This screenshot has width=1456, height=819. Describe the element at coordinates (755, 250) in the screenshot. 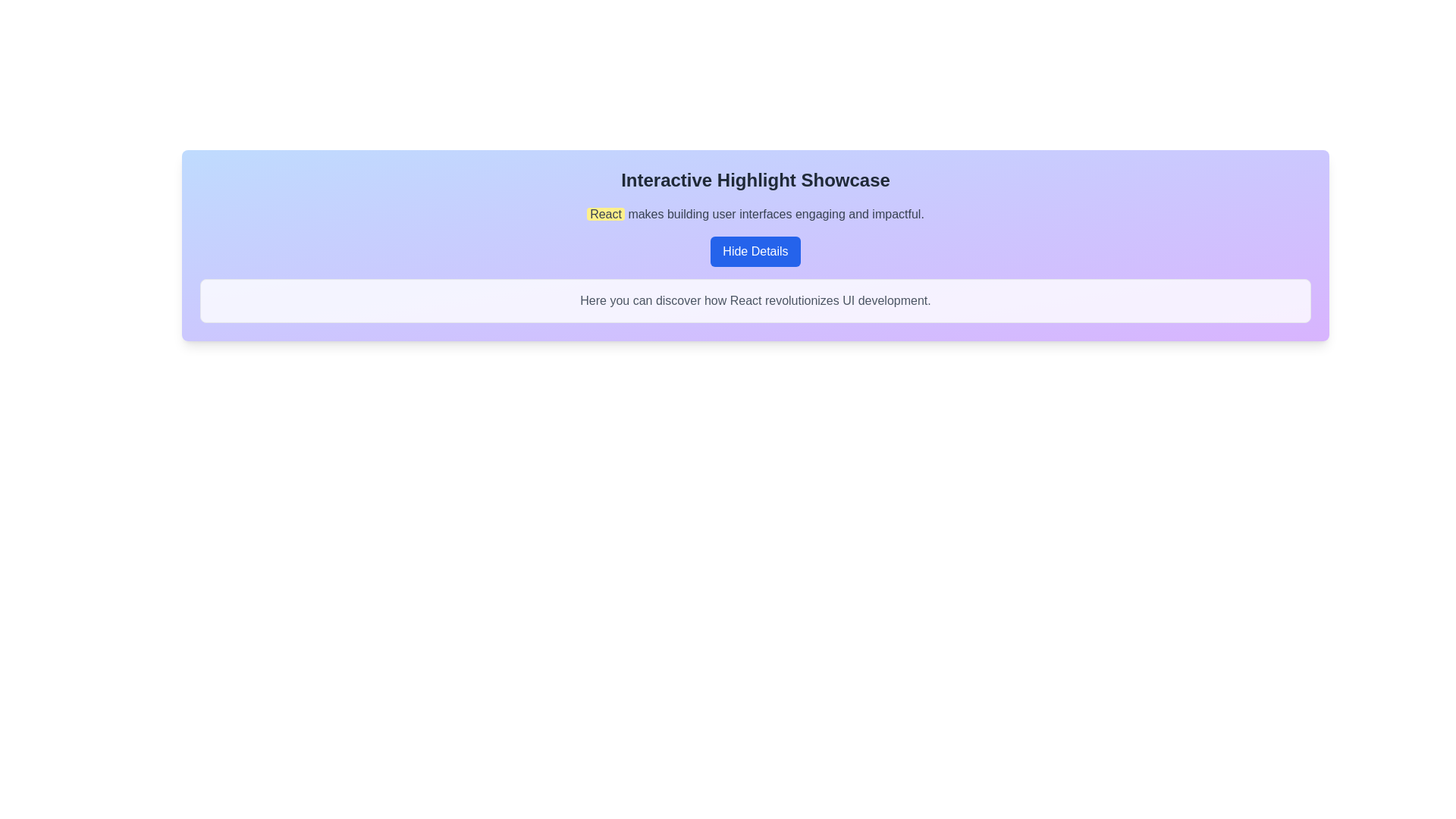

I see `the button with blue background and white text labeled 'Hide Details'` at that location.